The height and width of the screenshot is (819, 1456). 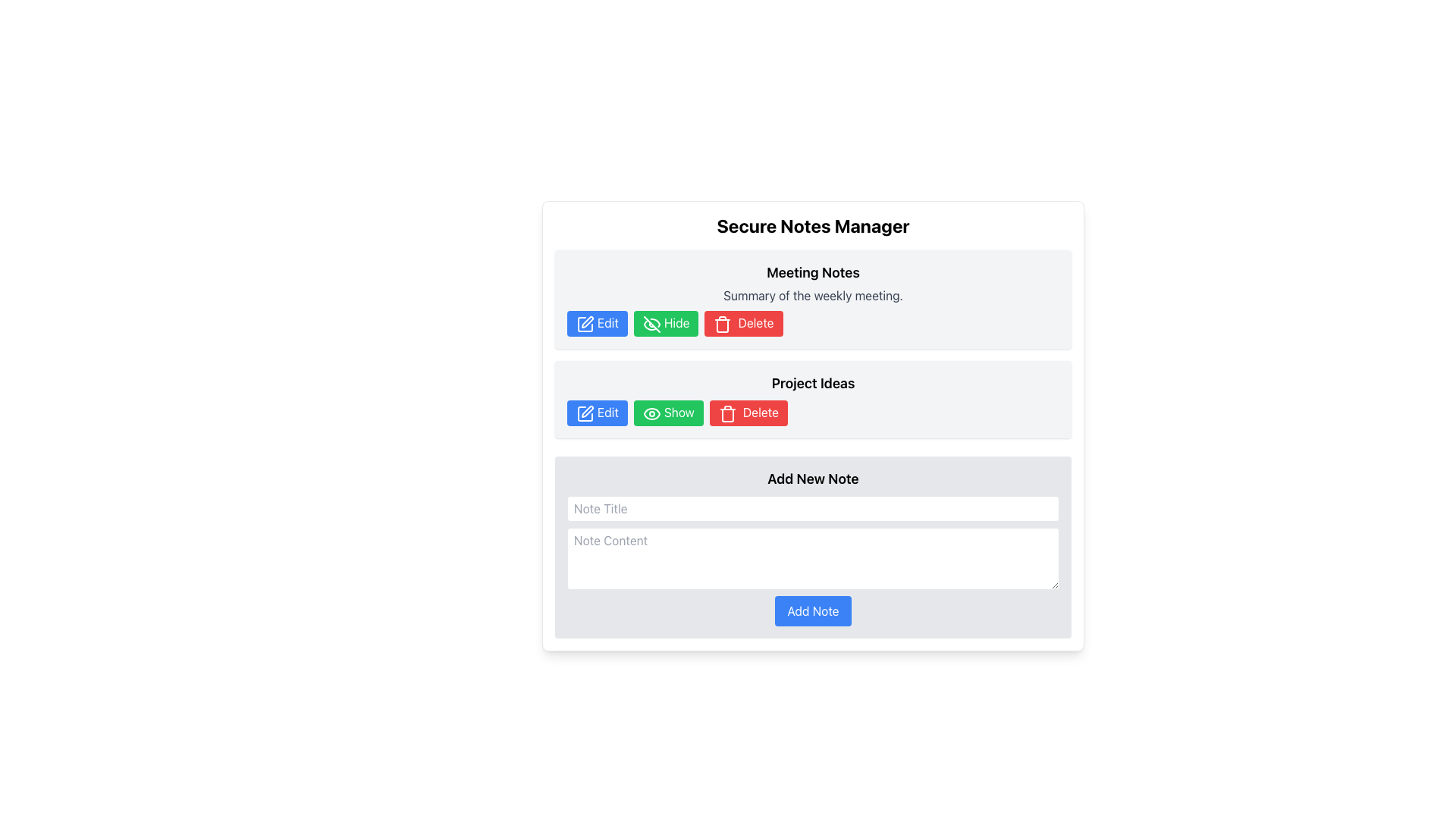 I want to click on the toggle visibility button located in the 'Meeting Notes' section of the 'Secure Notes Manager' application to visualize its hover effect, so click(x=666, y=322).